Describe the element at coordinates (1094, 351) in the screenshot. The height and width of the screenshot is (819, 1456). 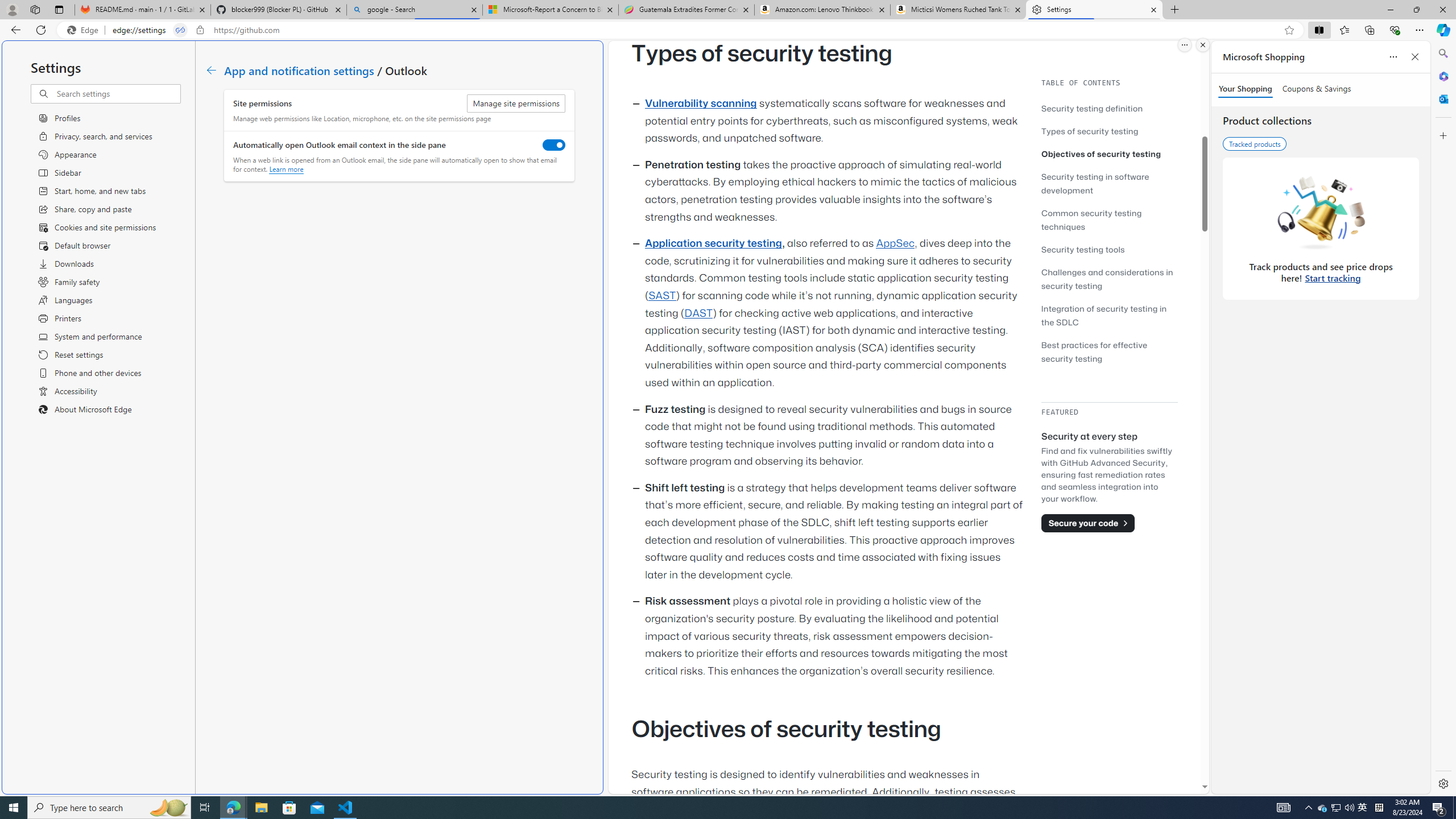
I see `'Best practices for effective security testing'` at that location.